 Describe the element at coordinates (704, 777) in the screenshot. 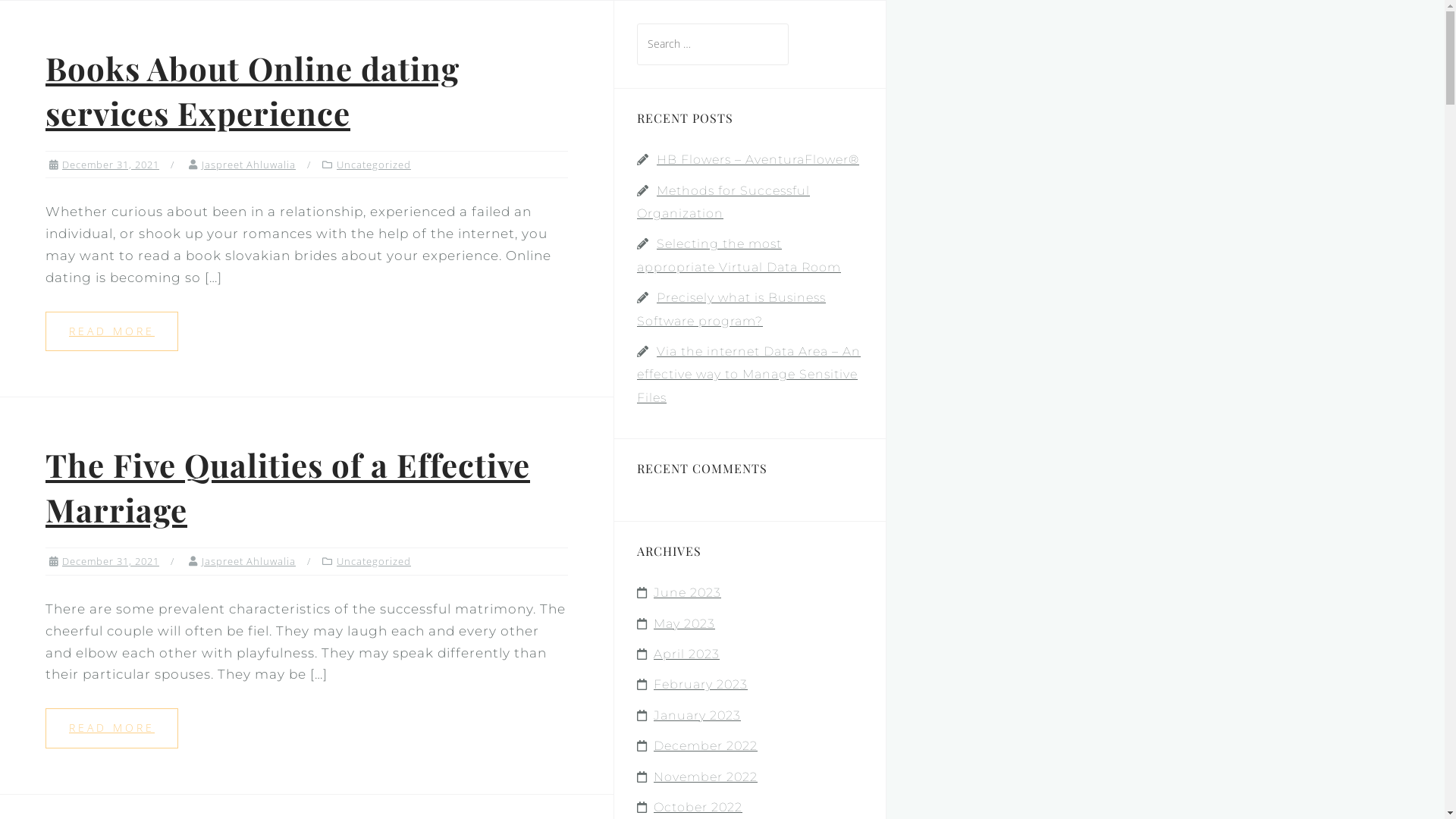

I see `'November 2022'` at that location.